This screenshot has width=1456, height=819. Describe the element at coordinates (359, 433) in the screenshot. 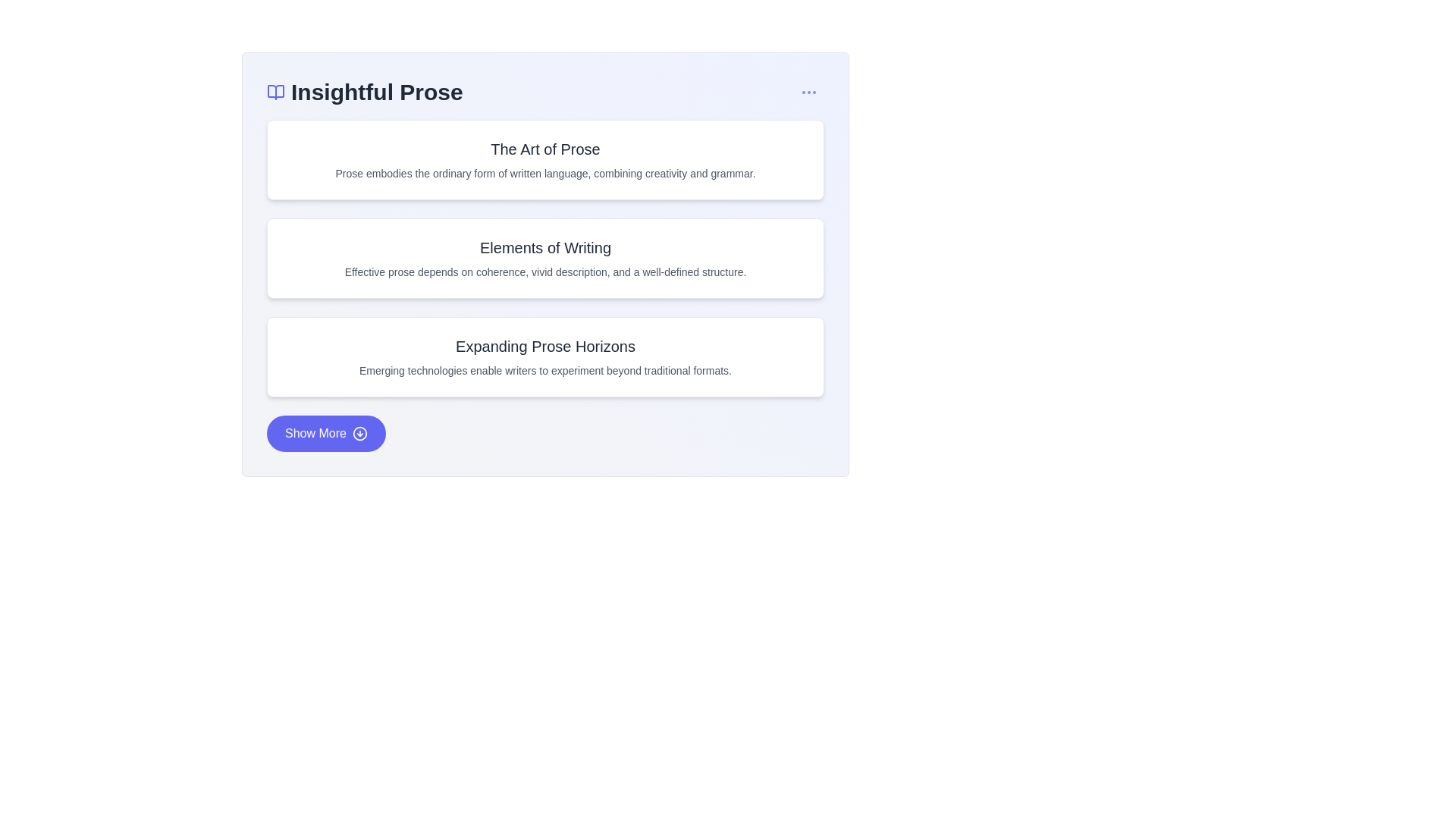

I see `the circular outline icon with a downward pointing arrow, located in the bottom right portion of the interface next to the 'Show More' button` at that location.